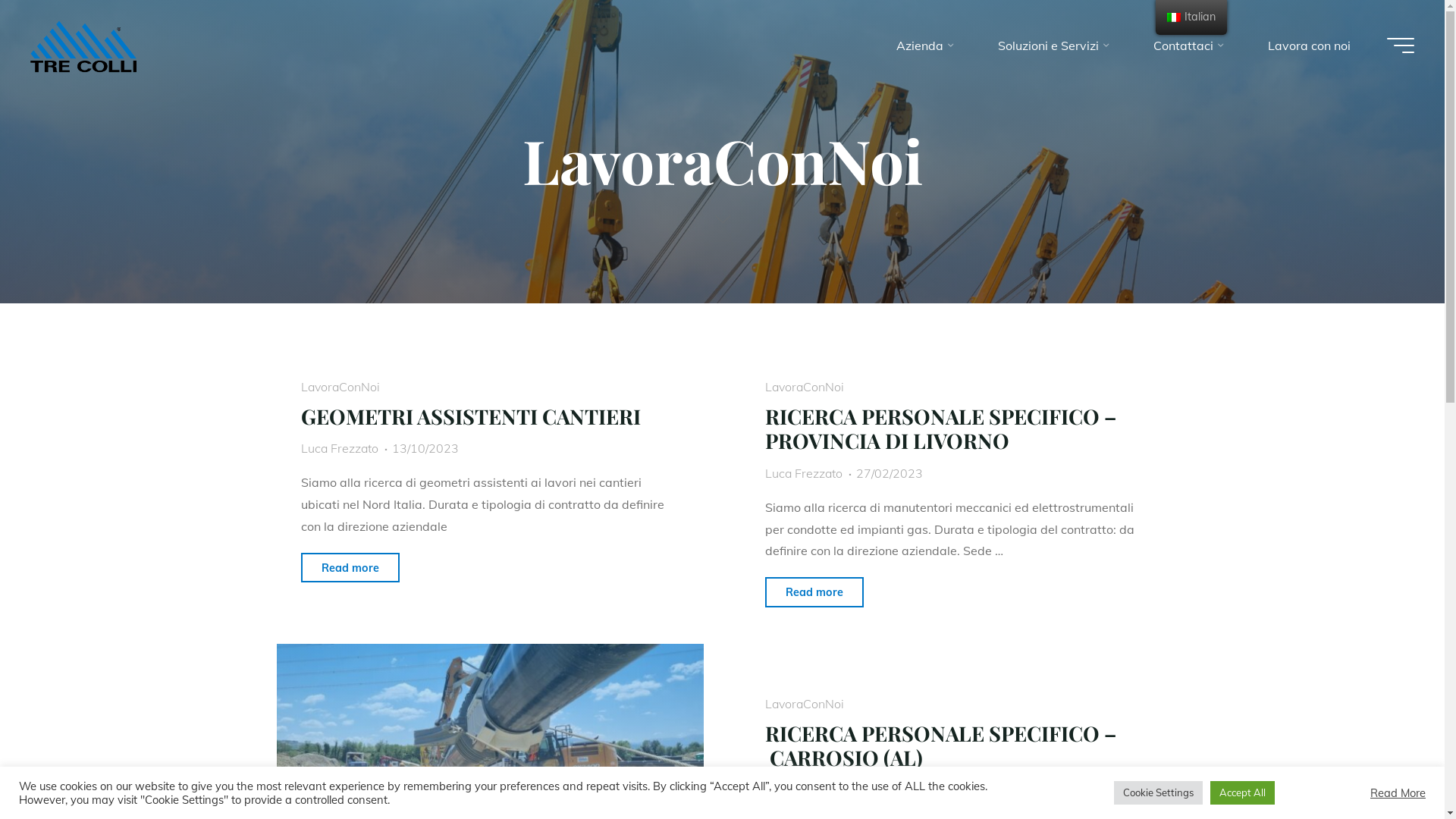  I want to click on 'Contattaci', so click(1185, 45).